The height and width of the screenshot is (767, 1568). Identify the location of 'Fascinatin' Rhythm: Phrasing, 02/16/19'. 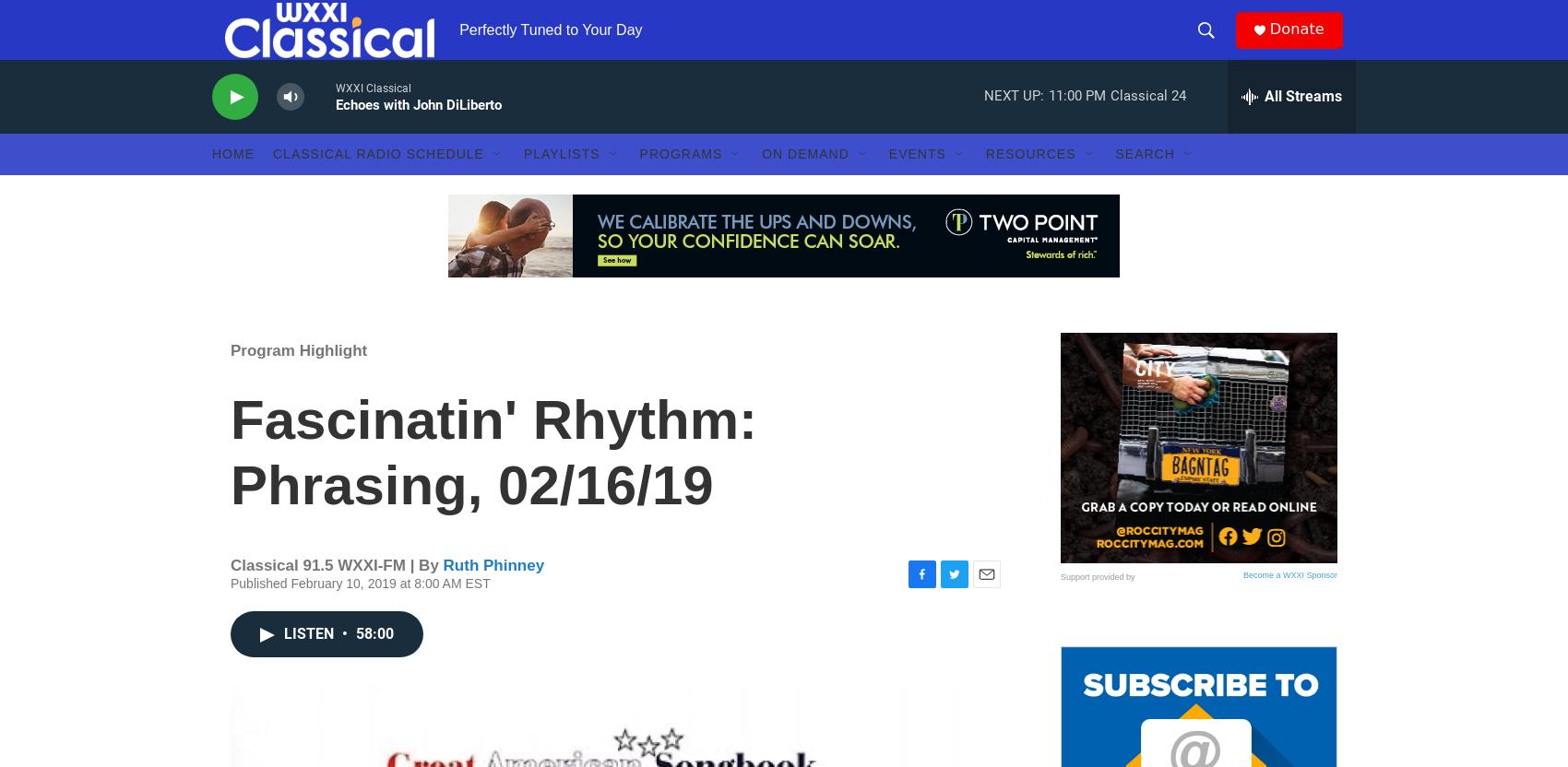
(493, 489).